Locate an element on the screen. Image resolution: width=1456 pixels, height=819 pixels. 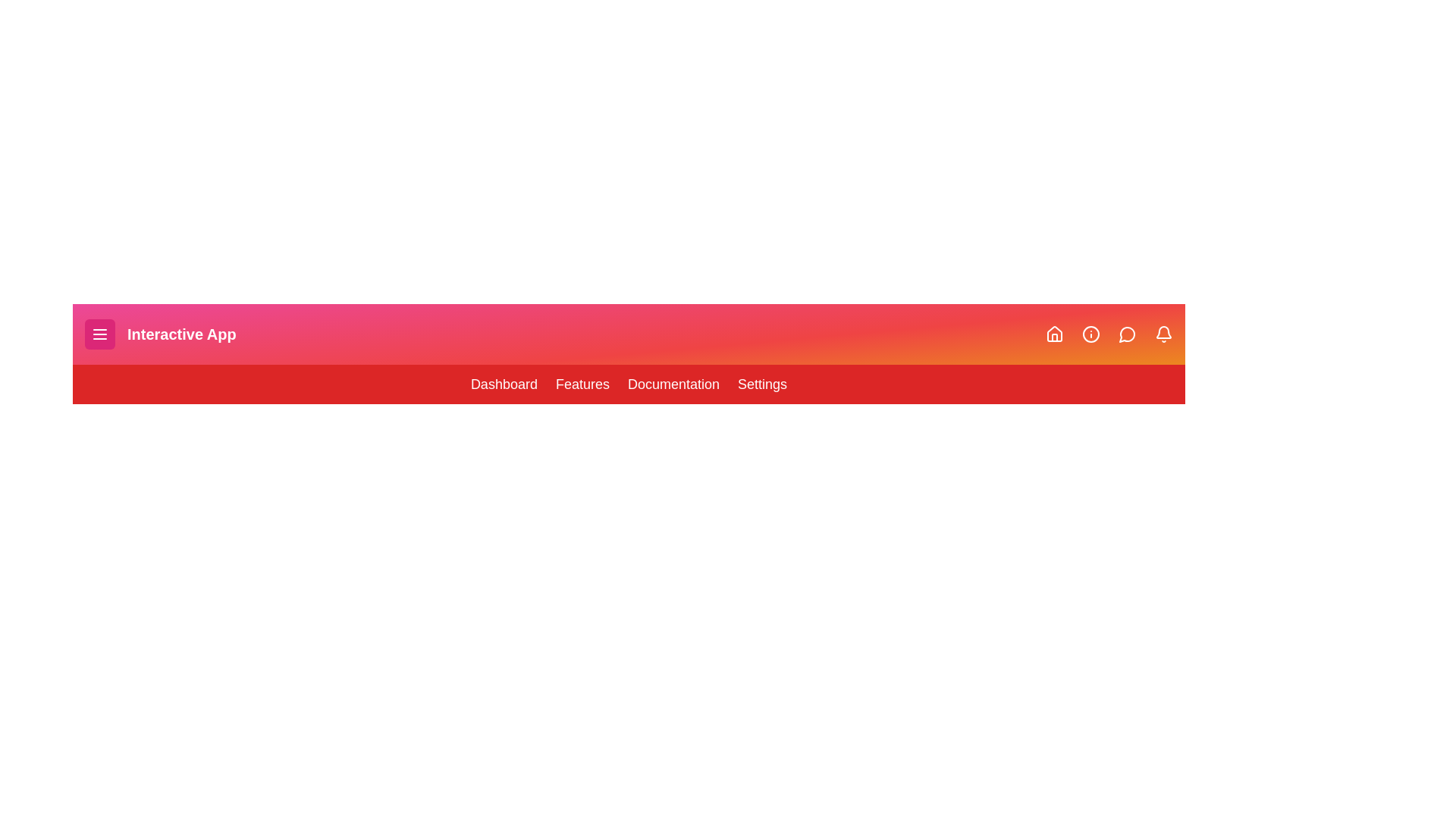
the Home icon in the navigation bar is located at coordinates (1054, 333).